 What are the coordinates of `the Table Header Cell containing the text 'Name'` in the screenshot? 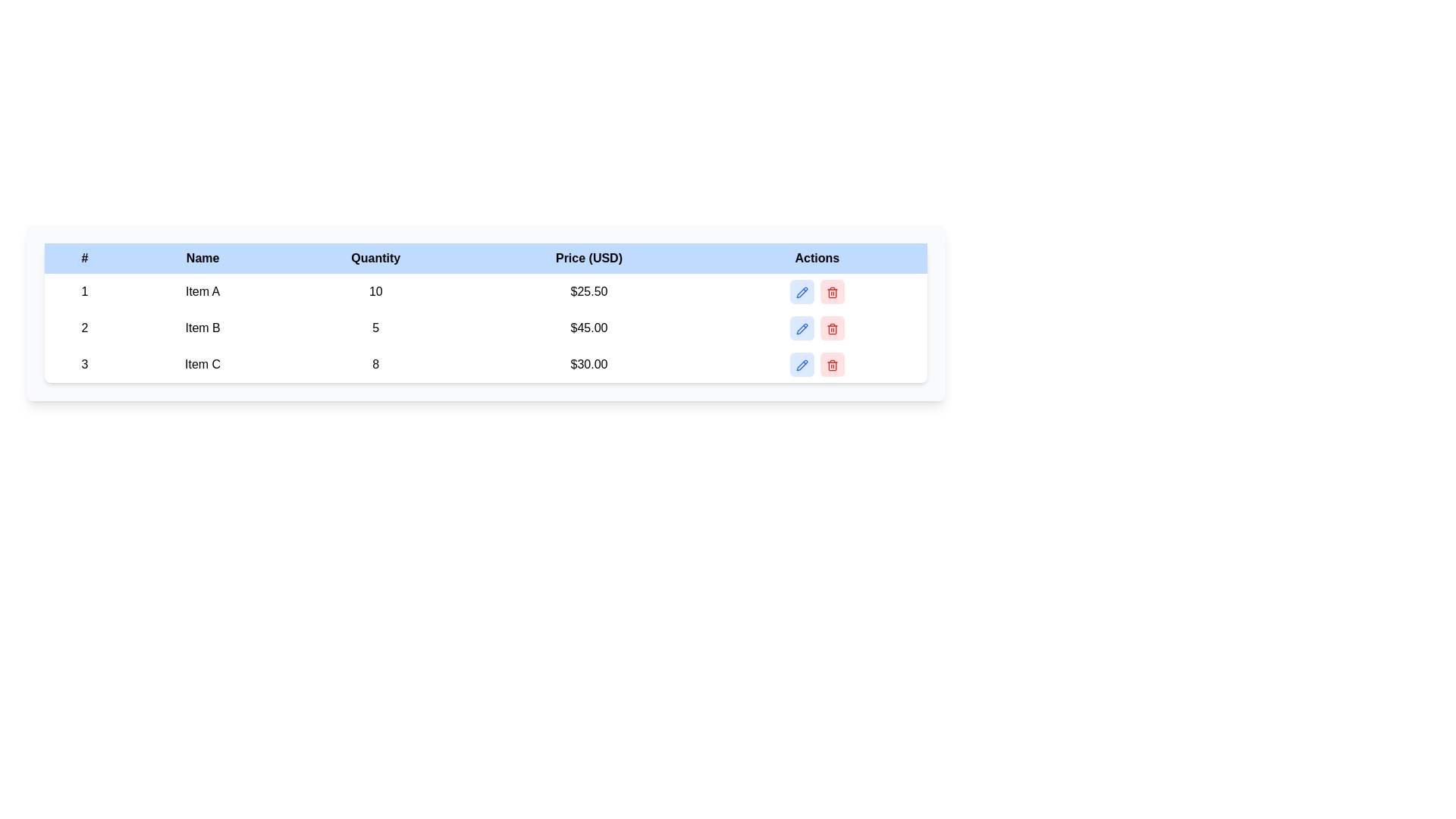 It's located at (202, 257).